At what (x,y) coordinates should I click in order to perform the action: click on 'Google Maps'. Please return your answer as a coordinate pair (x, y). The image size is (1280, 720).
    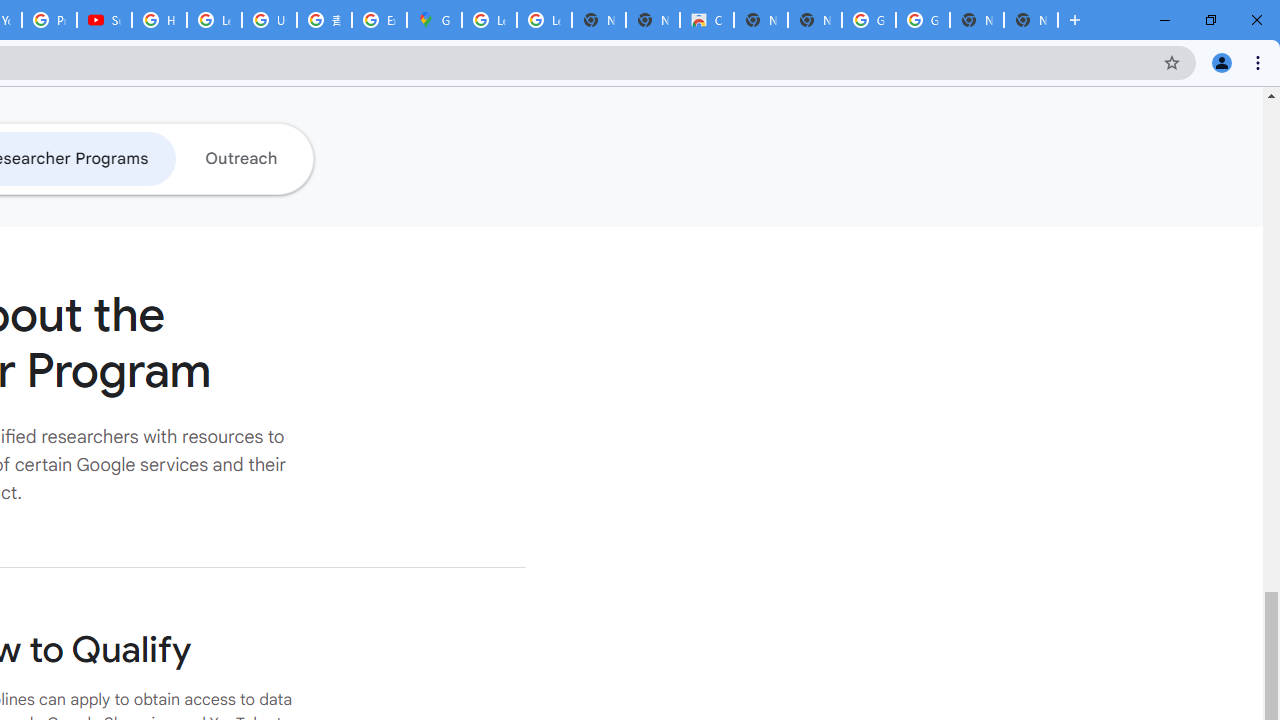
    Looking at the image, I should click on (433, 20).